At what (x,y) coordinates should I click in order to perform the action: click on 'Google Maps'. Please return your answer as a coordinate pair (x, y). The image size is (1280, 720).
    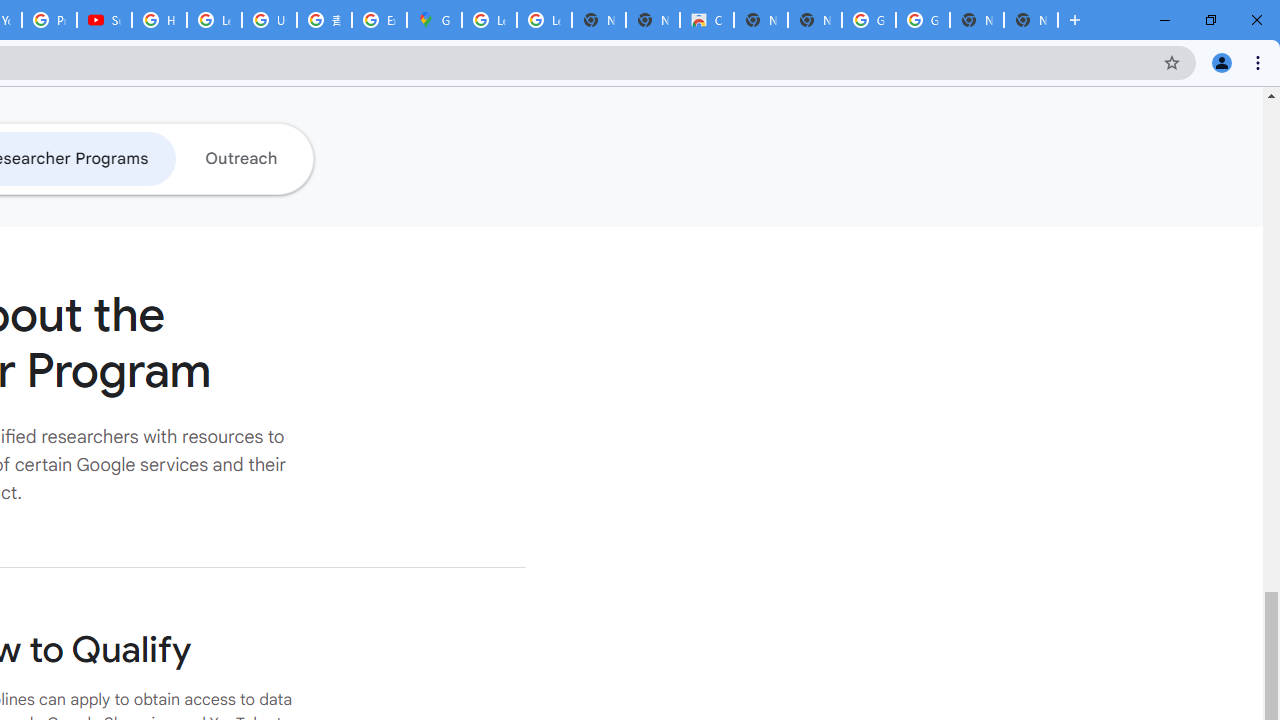
    Looking at the image, I should click on (433, 20).